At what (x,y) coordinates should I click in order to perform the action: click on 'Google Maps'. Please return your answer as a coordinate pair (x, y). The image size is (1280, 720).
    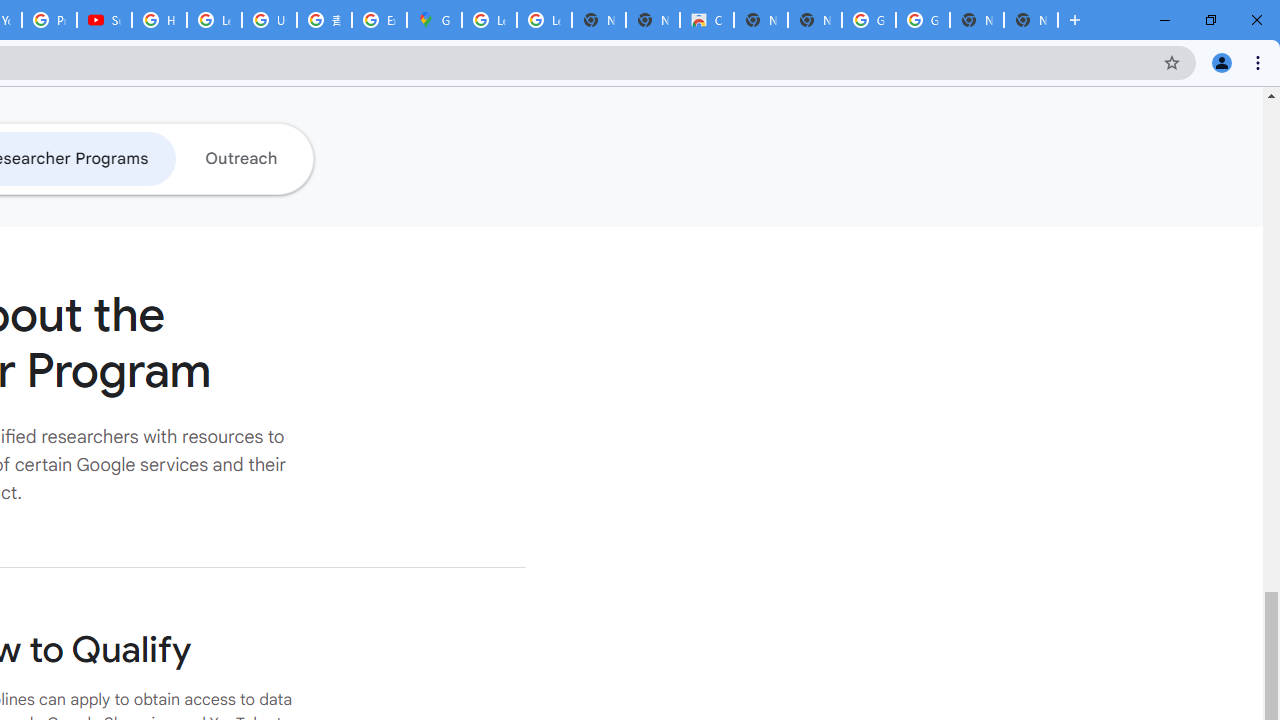
    Looking at the image, I should click on (433, 20).